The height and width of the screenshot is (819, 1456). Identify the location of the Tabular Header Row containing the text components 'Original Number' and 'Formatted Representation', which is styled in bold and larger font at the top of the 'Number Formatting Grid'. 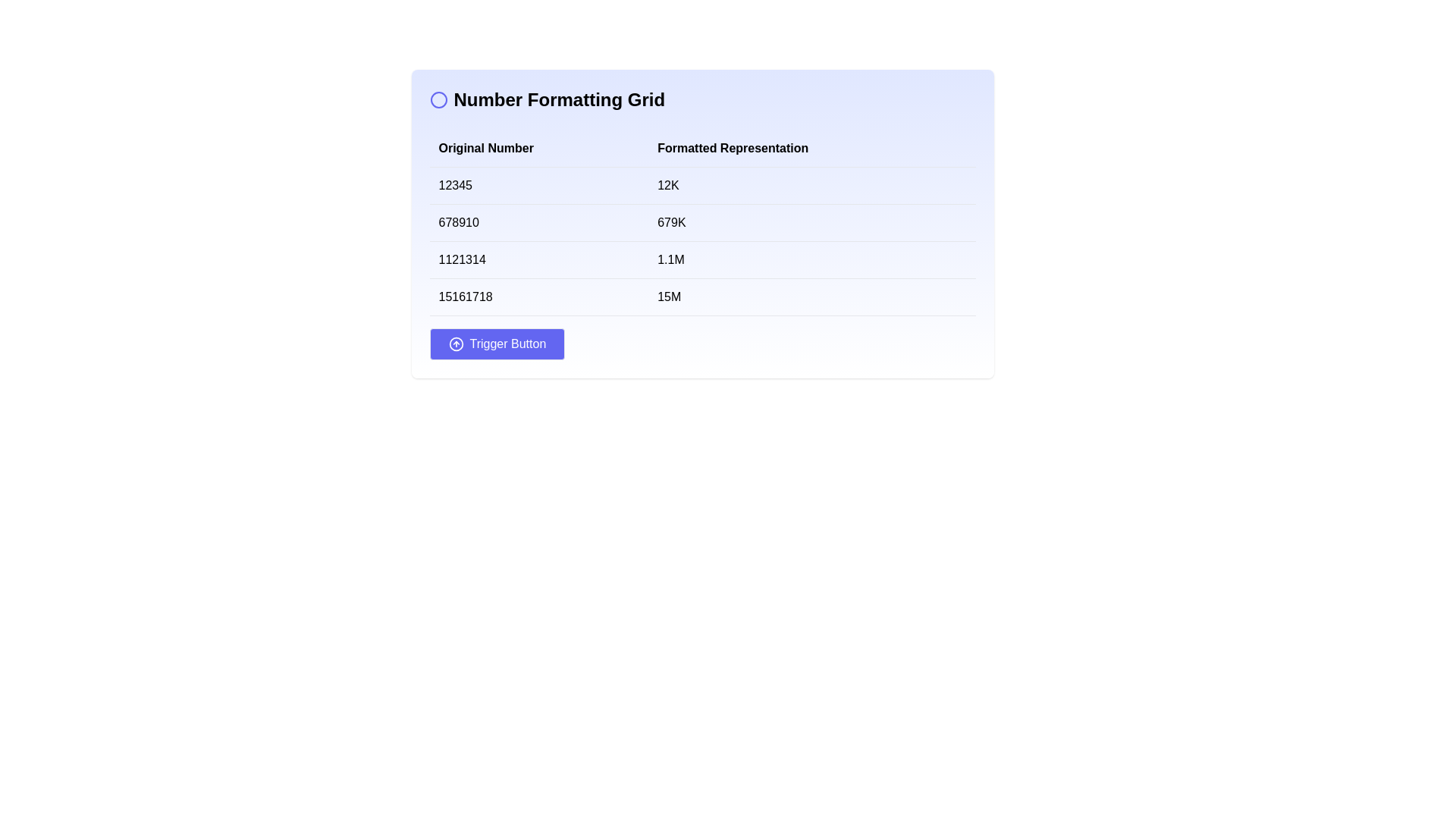
(701, 149).